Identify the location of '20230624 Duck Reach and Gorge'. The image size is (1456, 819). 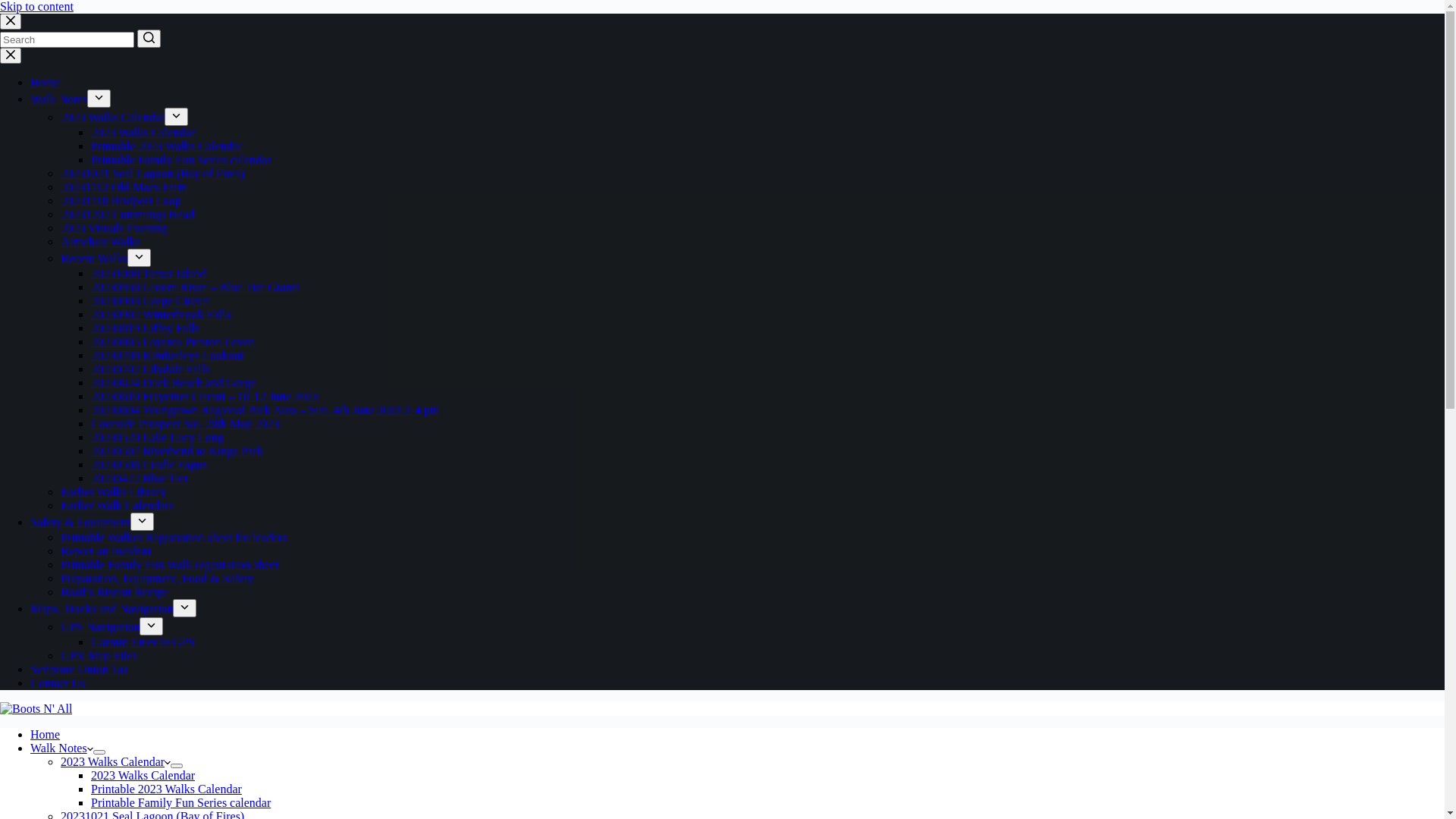
(173, 381).